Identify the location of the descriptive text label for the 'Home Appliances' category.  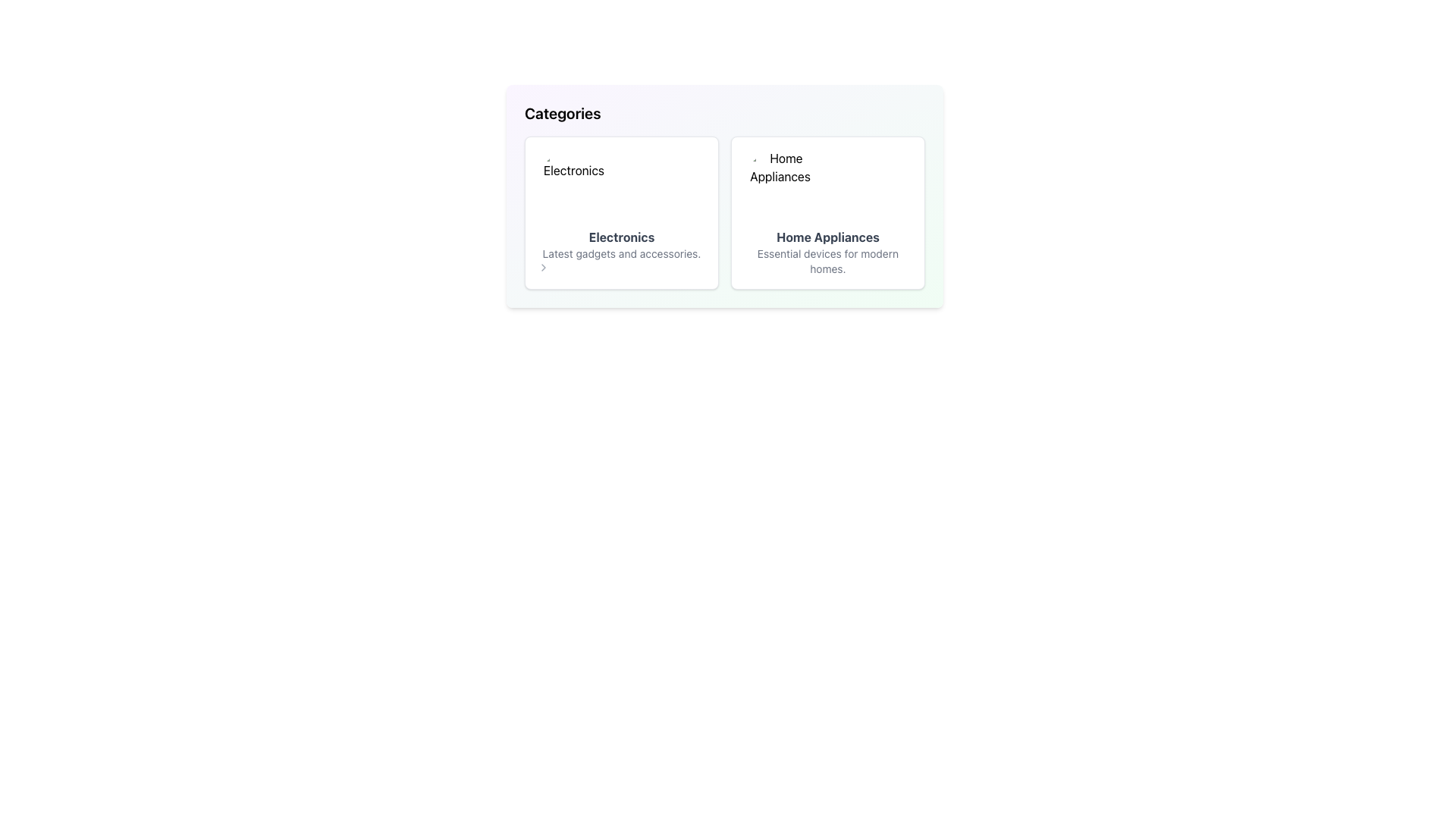
(827, 260).